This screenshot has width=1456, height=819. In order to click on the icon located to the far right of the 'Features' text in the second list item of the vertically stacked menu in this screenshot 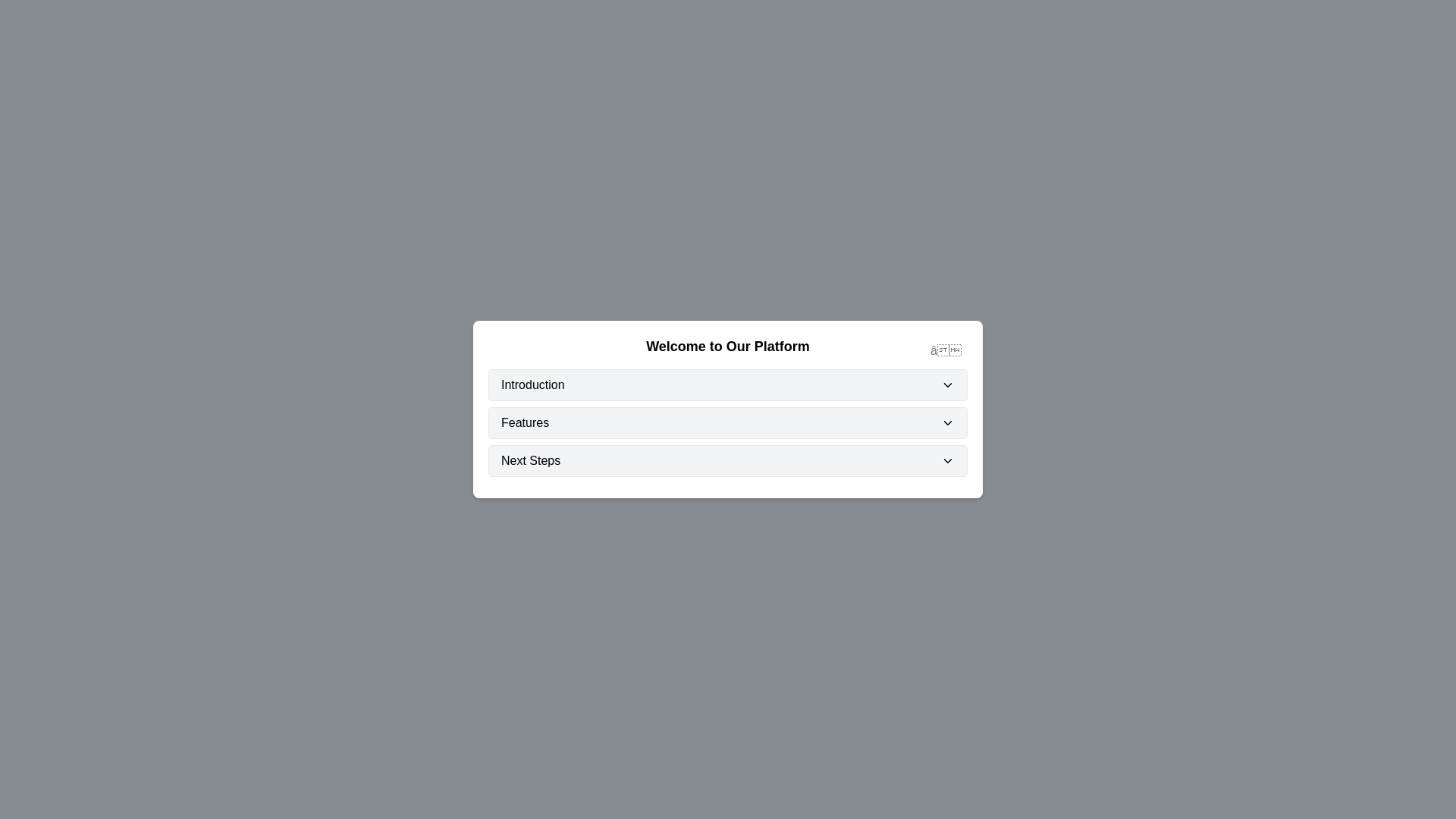, I will do `click(946, 423)`.